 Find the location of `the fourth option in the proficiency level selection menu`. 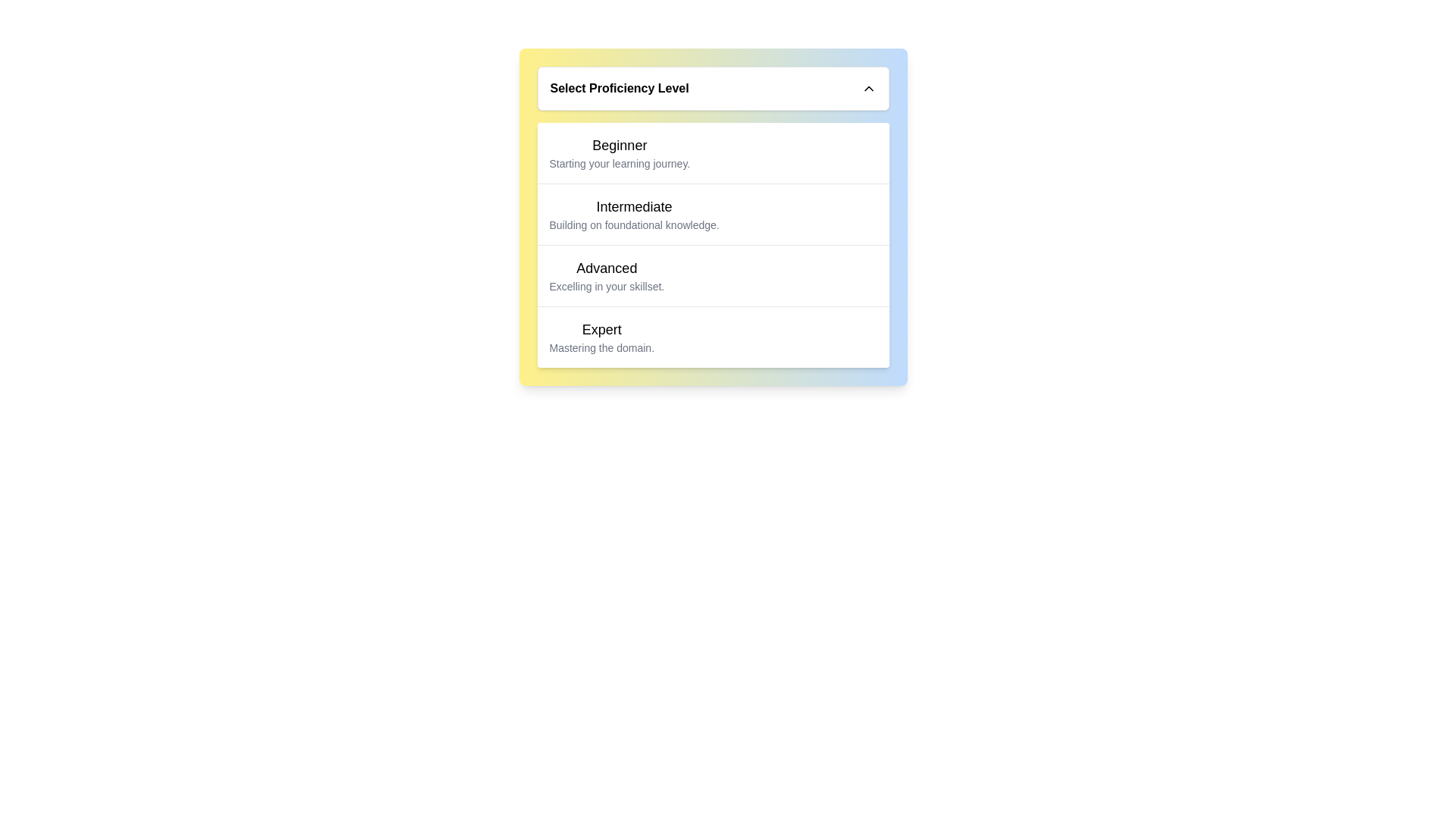

the fourth option in the proficiency level selection menu is located at coordinates (601, 336).